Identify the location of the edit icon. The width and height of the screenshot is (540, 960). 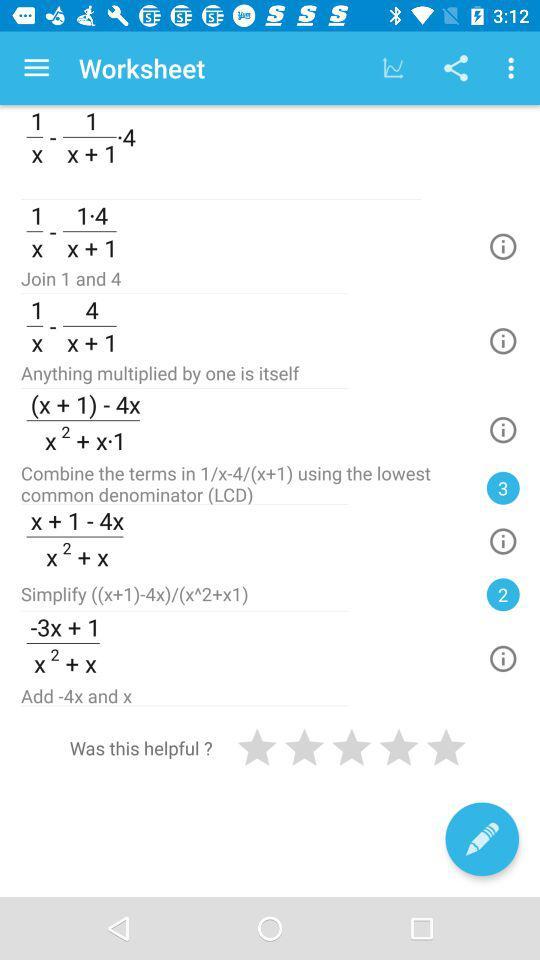
(481, 839).